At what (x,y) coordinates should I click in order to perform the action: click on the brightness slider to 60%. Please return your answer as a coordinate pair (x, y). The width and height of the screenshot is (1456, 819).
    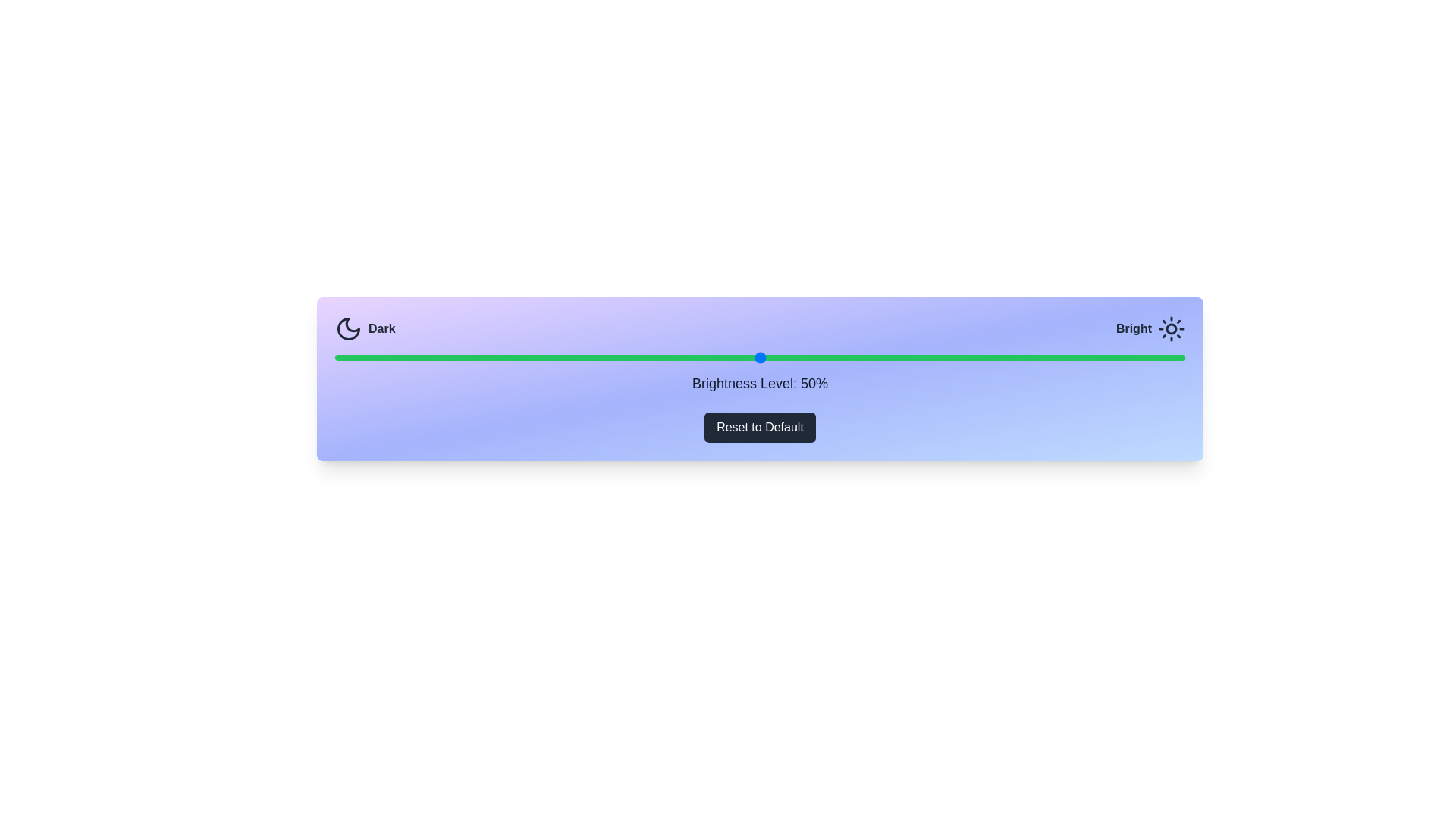
    Looking at the image, I should click on (844, 357).